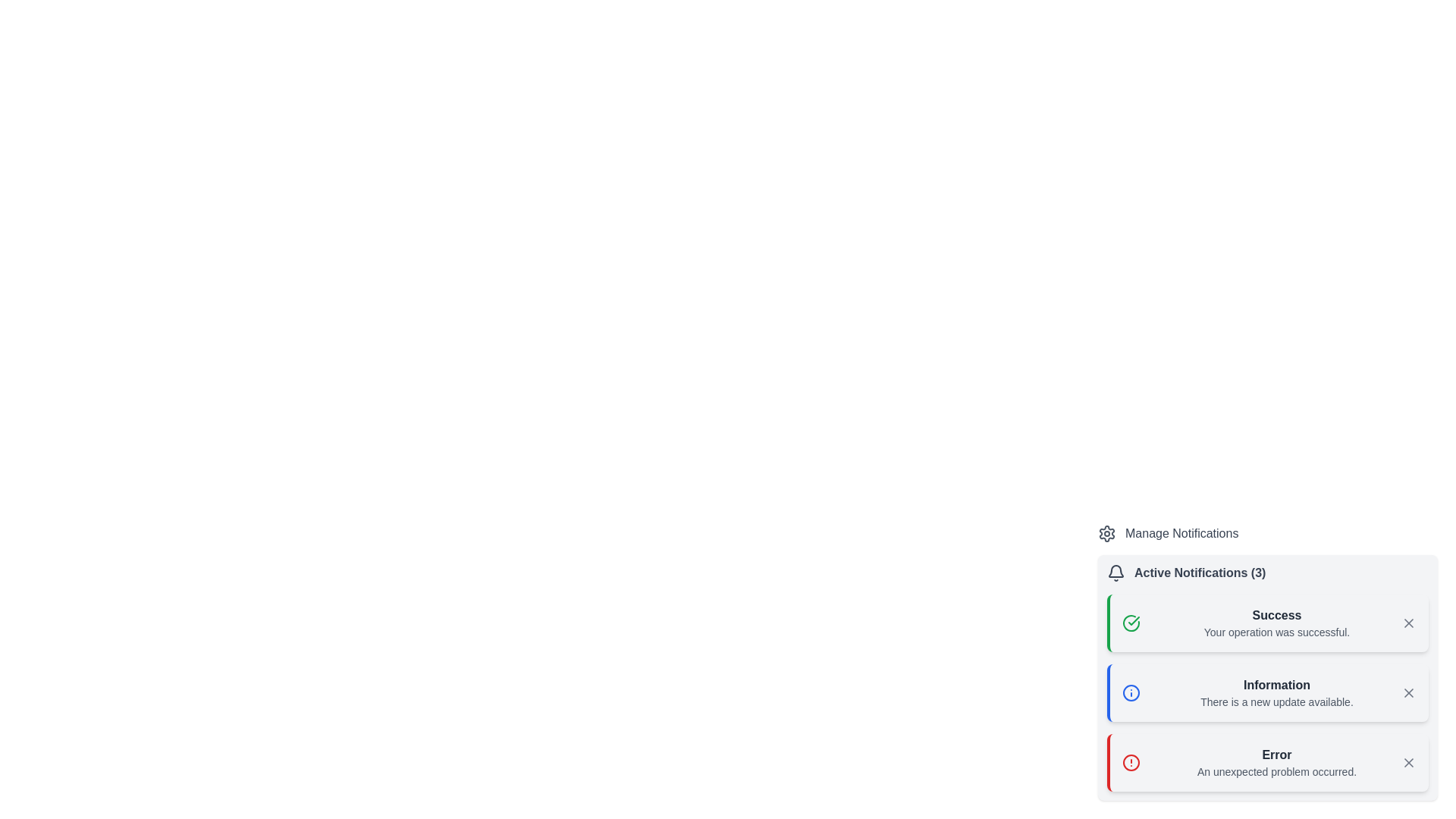 The image size is (1456, 819). Describe the element at coordinates (1276, 632) in the screenshot. I see `the Static Text displaying 'Your operation was successful.' located within the 'Success' notification card` at that location.